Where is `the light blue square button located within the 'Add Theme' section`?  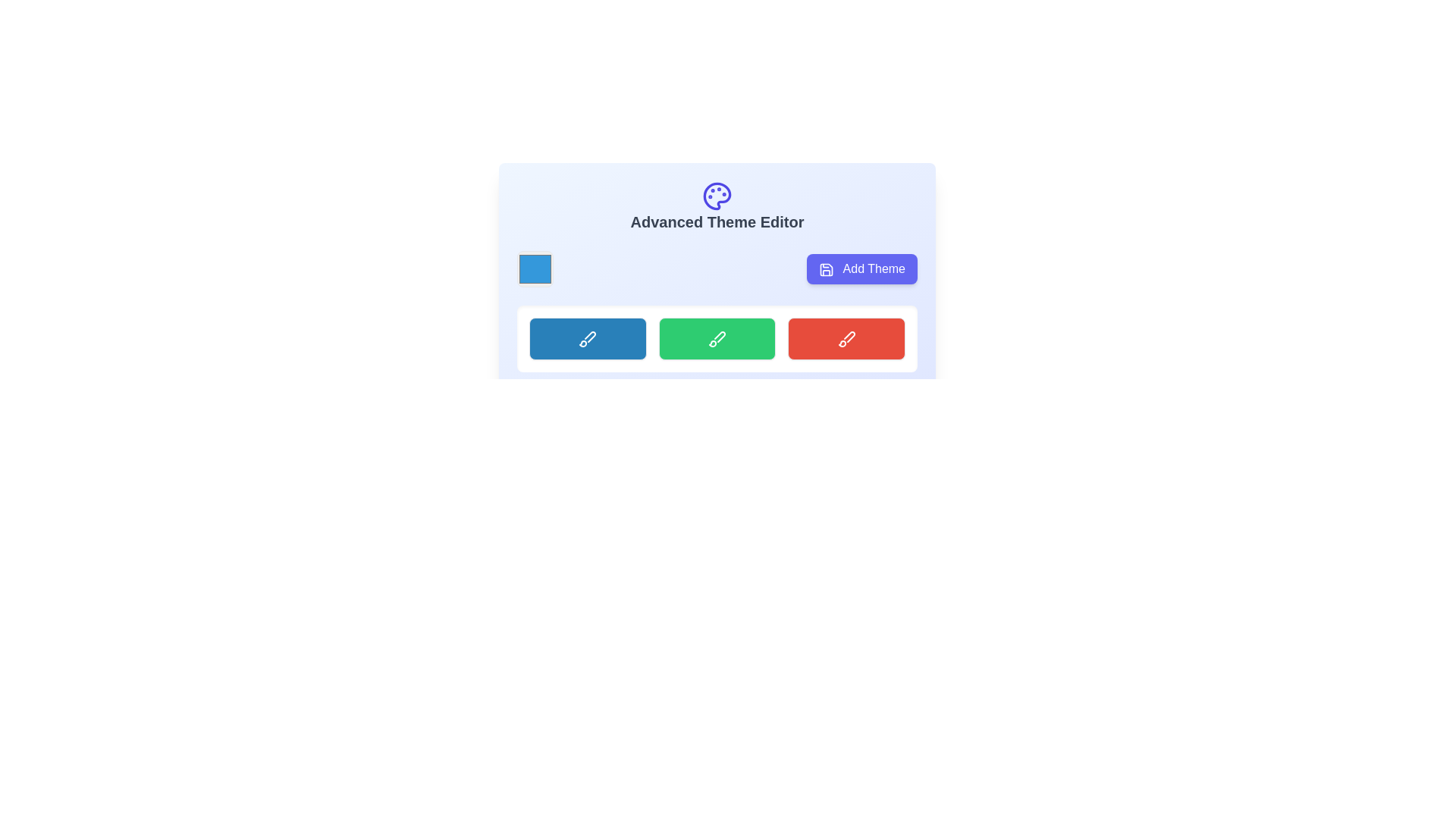 the light blue square button located within the 'Add Theme' section is located at coordinates (535, 268).